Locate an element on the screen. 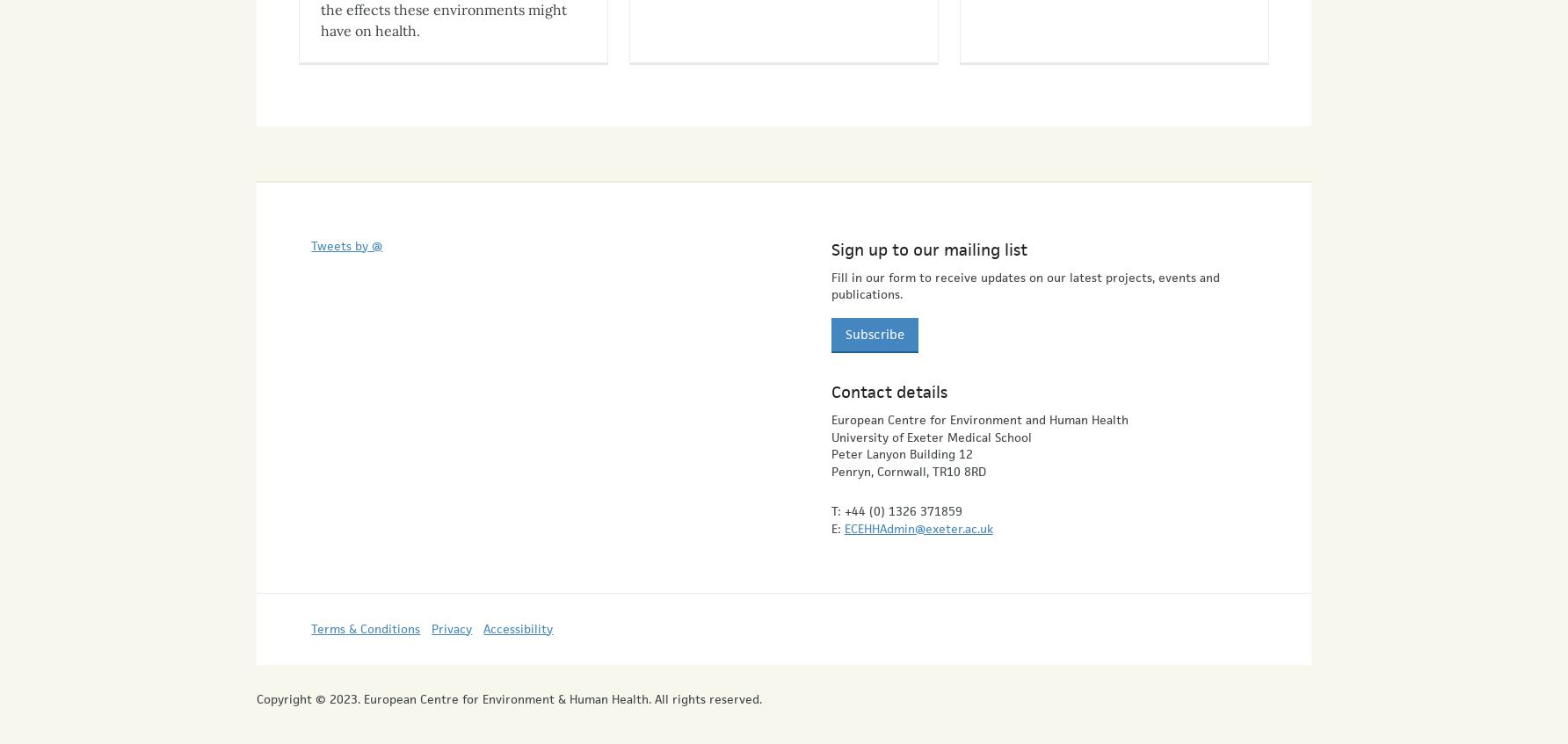 Image resolution: width=1568 pixels, height=744 pixels. 'Accessibility' is located at coordinates (517, 611).